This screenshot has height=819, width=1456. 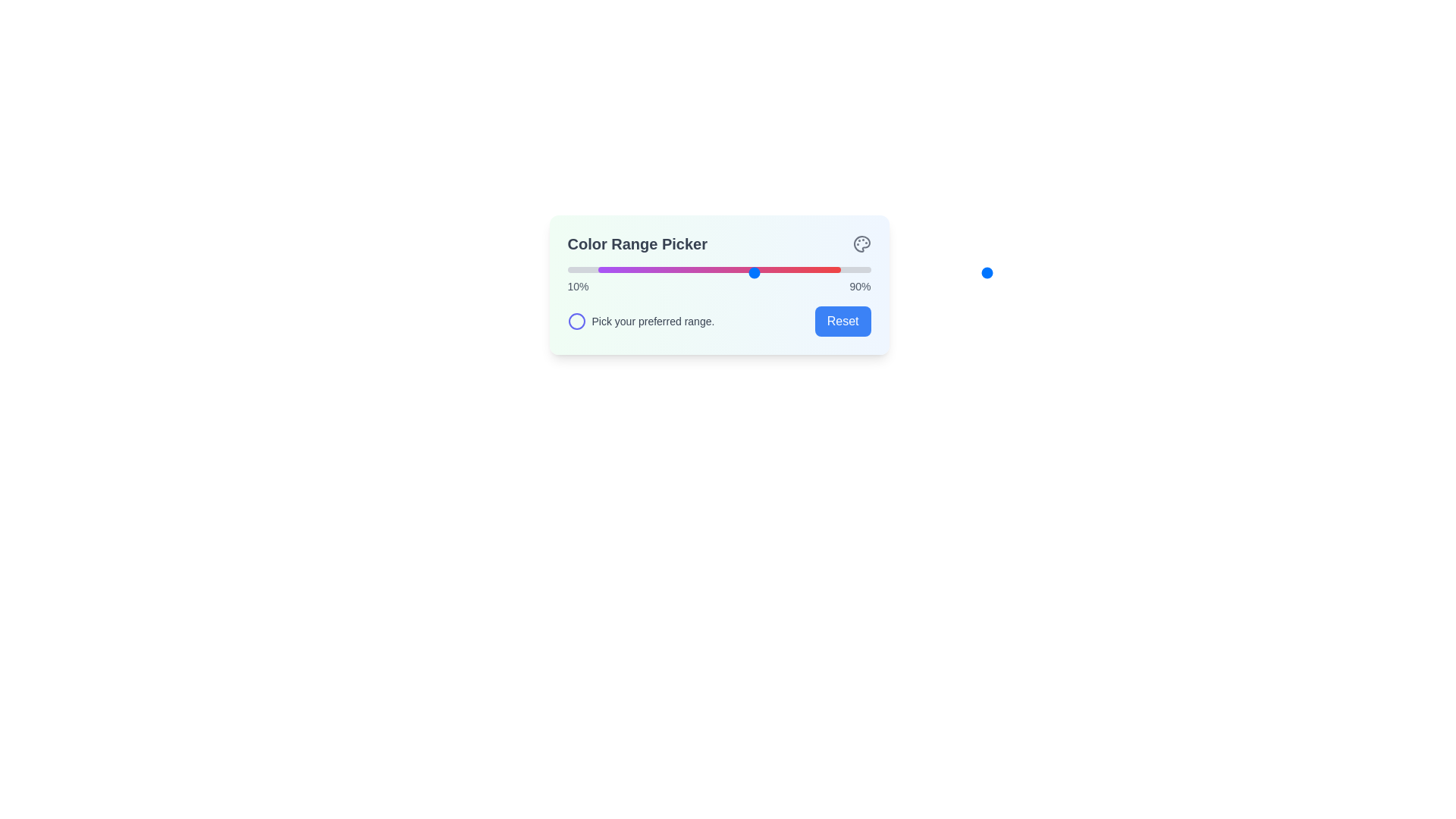 I want to click on the slider value, so click(x=680, y=268).